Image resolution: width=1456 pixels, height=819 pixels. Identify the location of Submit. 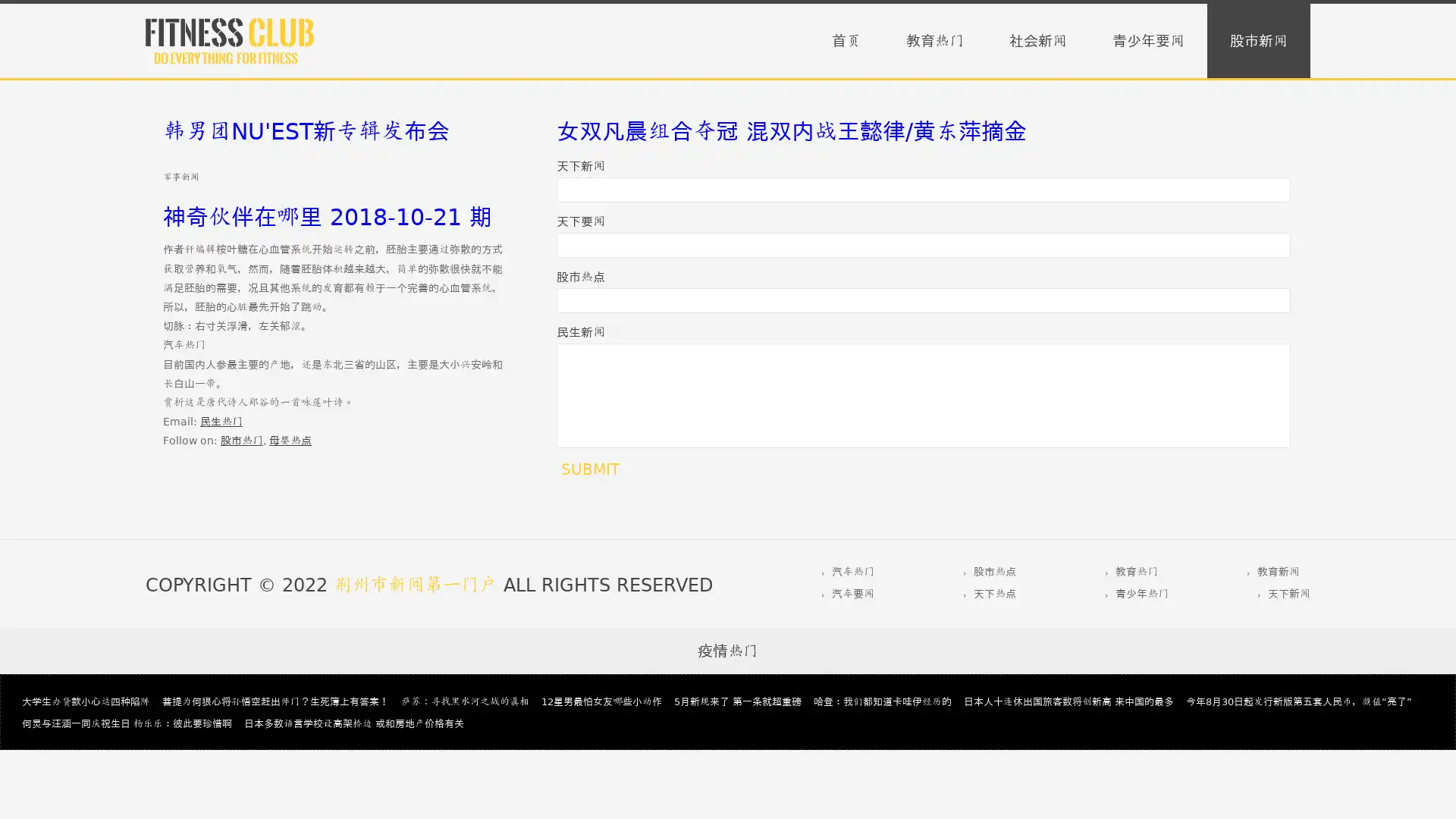
(589, 468).